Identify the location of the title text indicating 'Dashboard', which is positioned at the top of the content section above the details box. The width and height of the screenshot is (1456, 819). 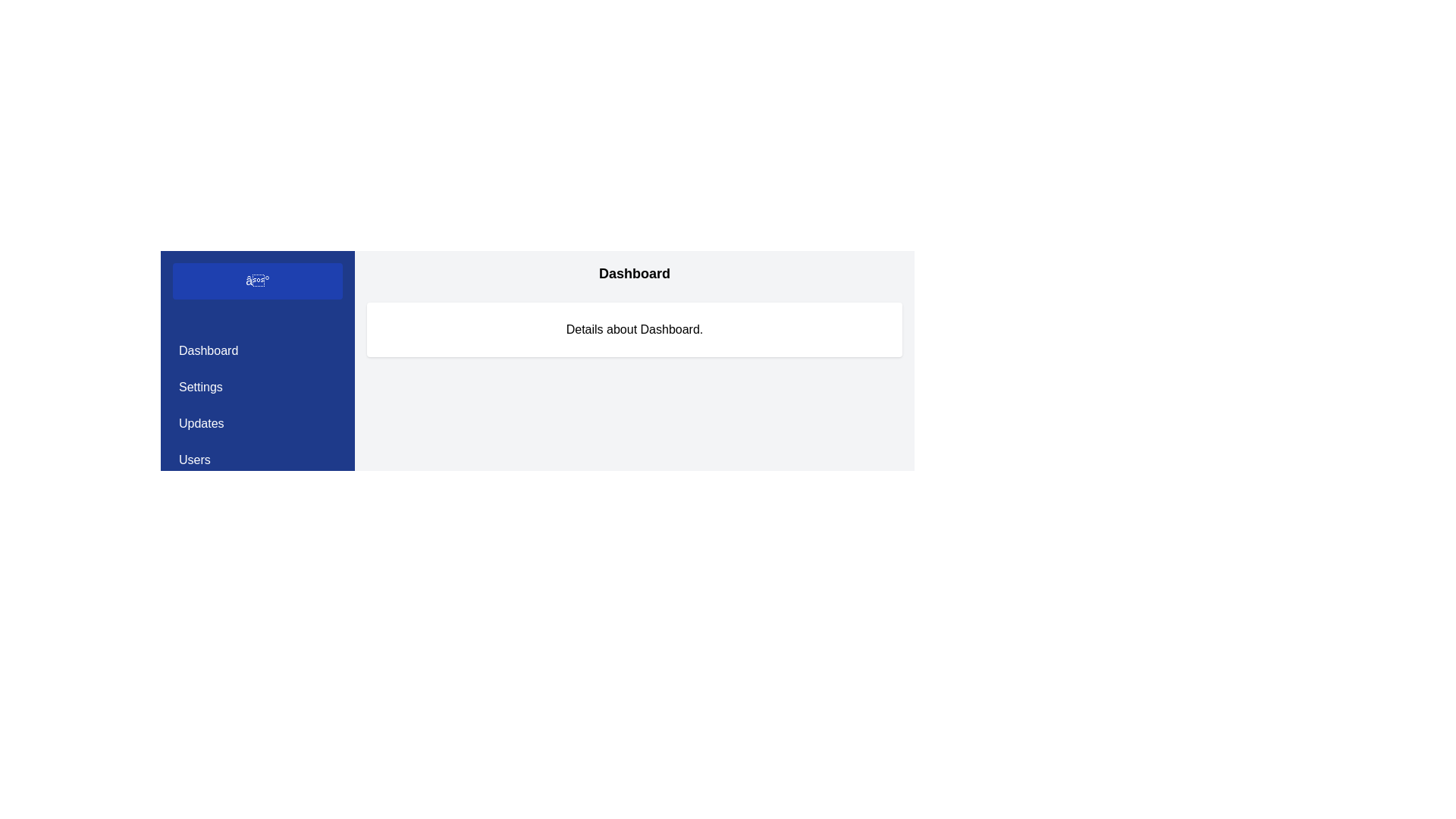
(634, 274).